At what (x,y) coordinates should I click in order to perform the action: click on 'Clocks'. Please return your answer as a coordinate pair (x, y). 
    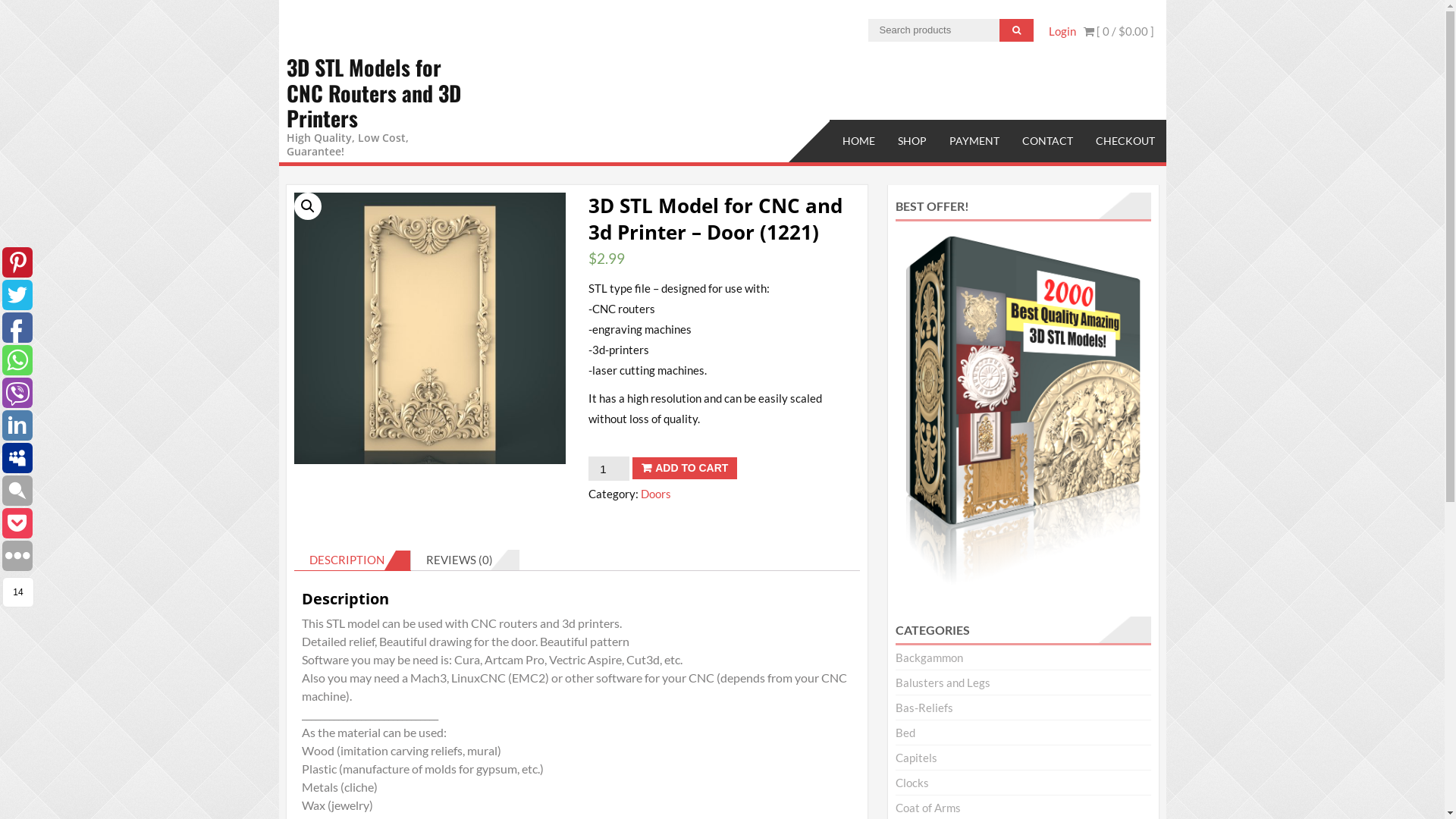
    Looking at the image, I should click on (912, 783).